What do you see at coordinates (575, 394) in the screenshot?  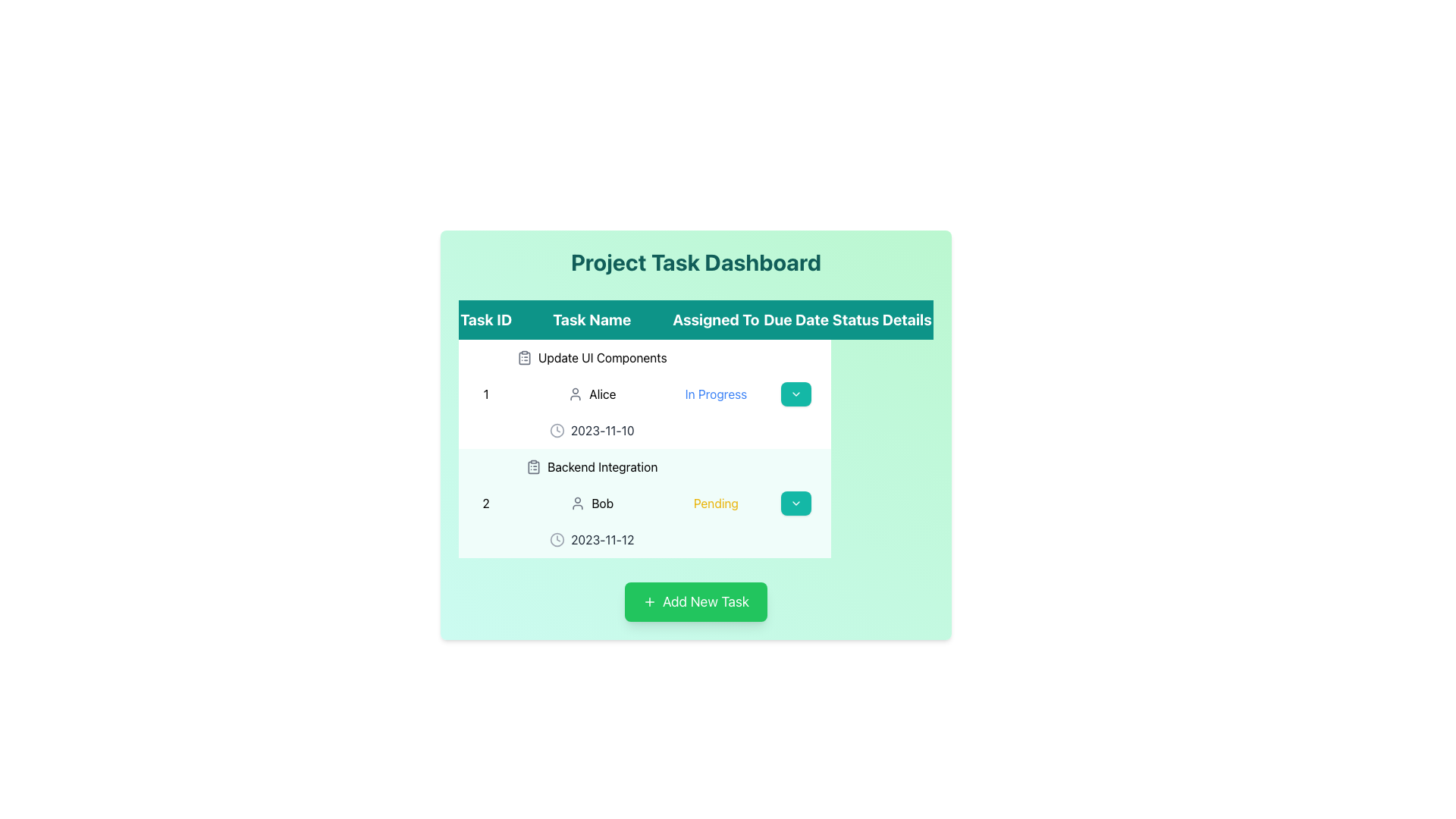 I see `the user icon silhouette representing 'Alice' in the dashboard interface` at bounding box center [575, 394].